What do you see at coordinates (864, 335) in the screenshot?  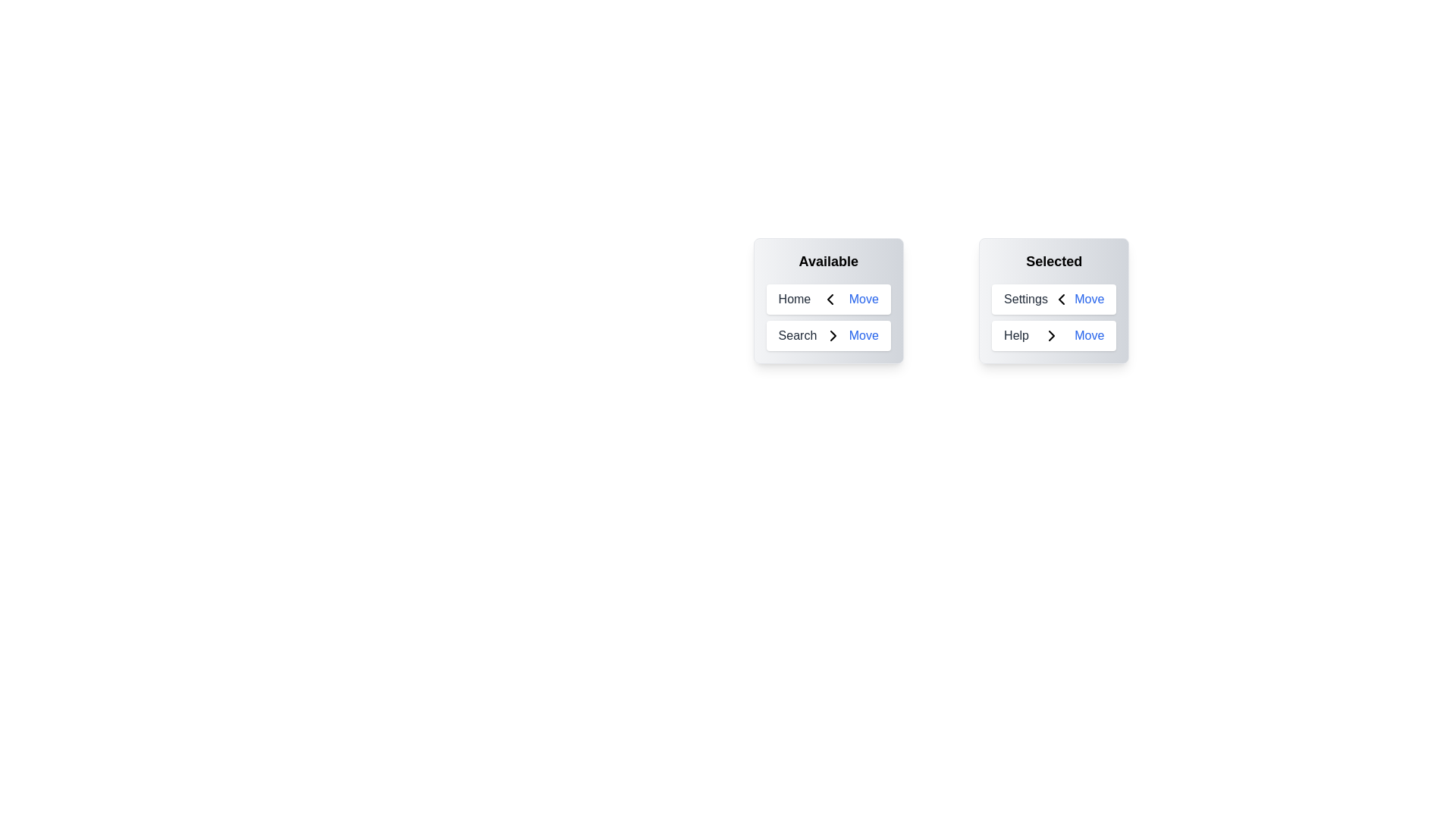 I see `'Move' button next to the item 'Search' in the 'Available' list to transfer it` at bounding box center [864, 335].